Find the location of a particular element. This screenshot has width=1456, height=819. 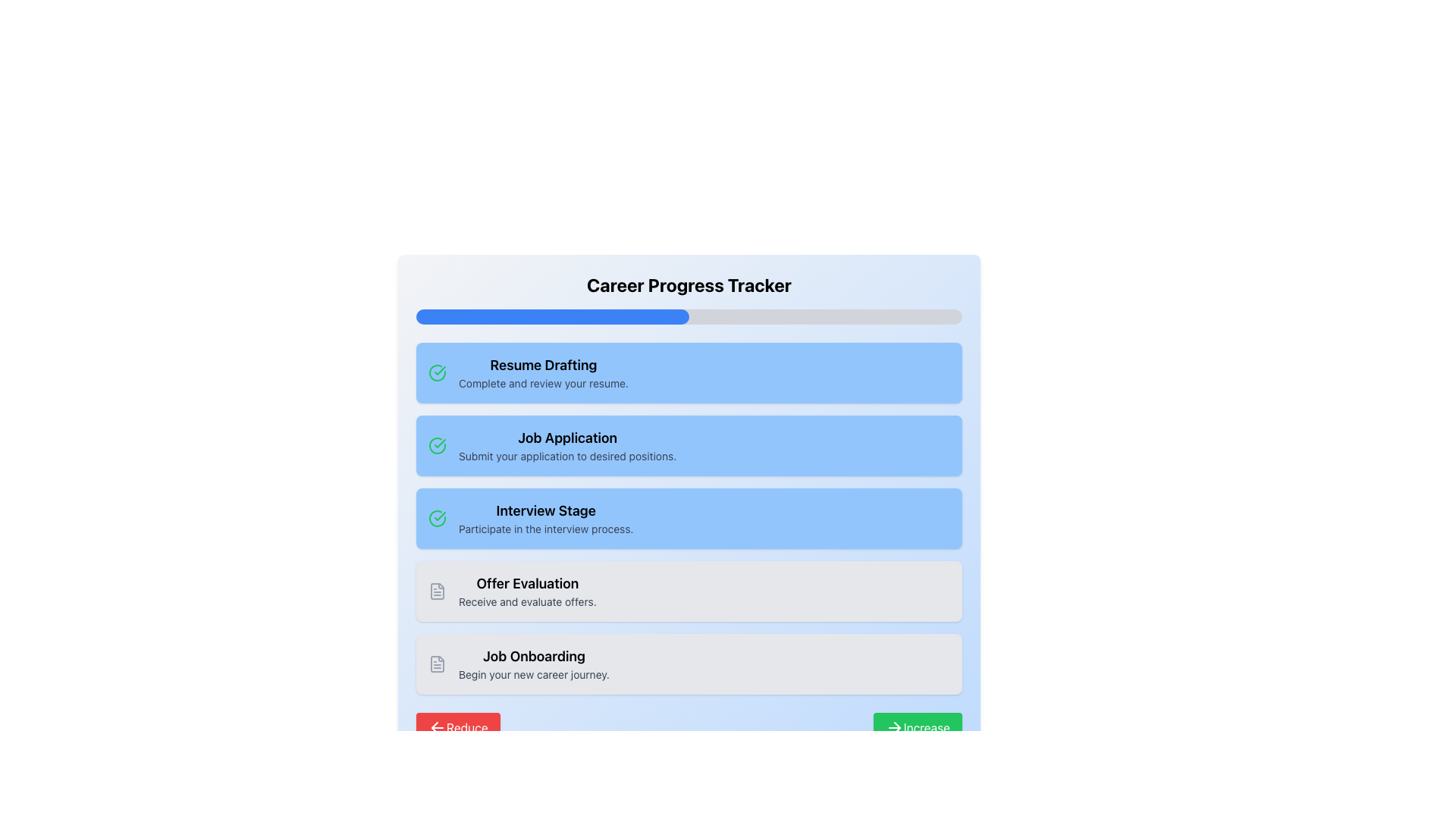

the visual cue icon representing the 'Job Onboarding' process, located to the left of the 'Job Onboarding' heading is located at coordinates (436, 663).